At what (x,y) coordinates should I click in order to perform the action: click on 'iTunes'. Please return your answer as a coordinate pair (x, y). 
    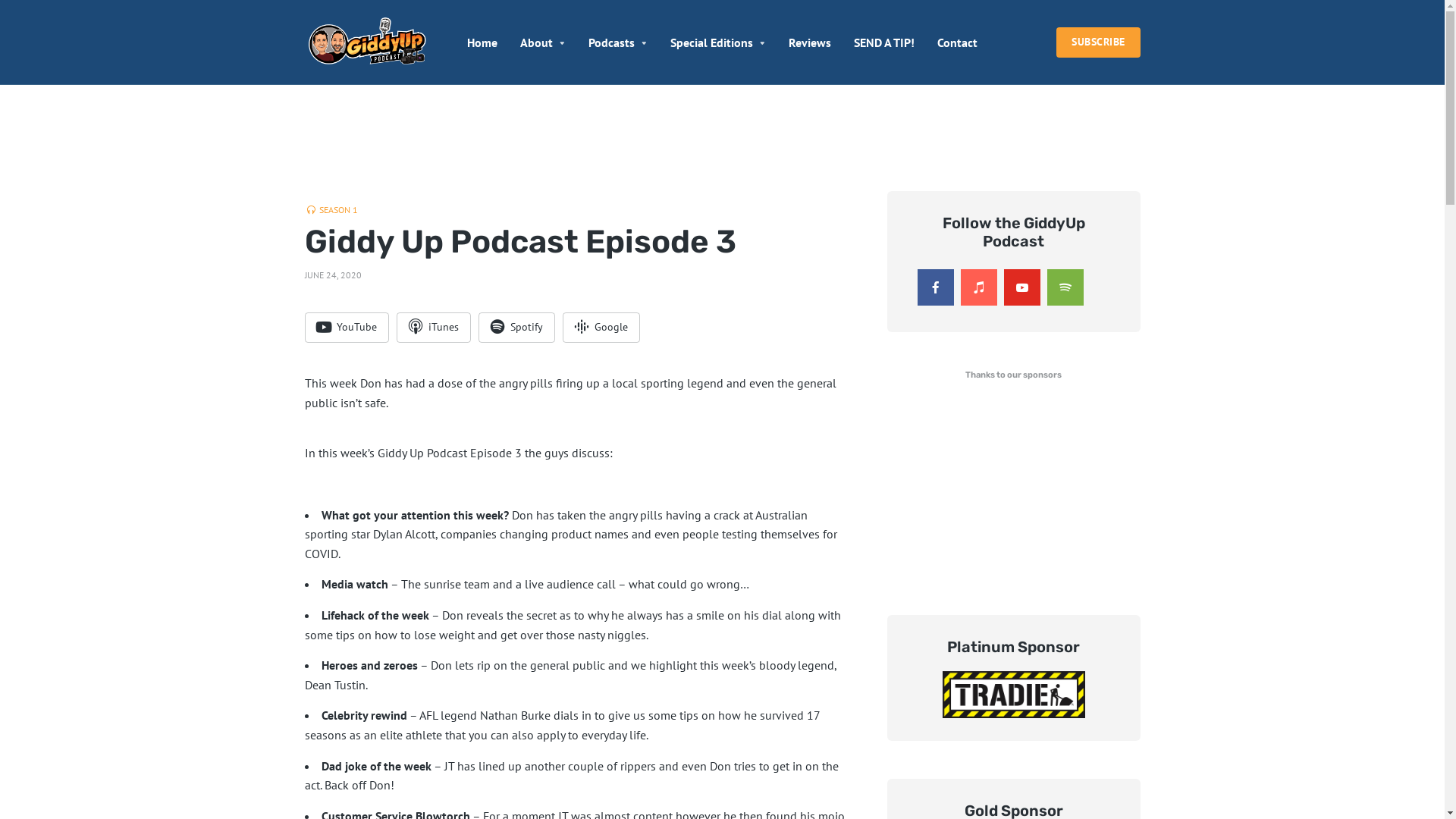
    Looking at the image, I should click on (432, 327).